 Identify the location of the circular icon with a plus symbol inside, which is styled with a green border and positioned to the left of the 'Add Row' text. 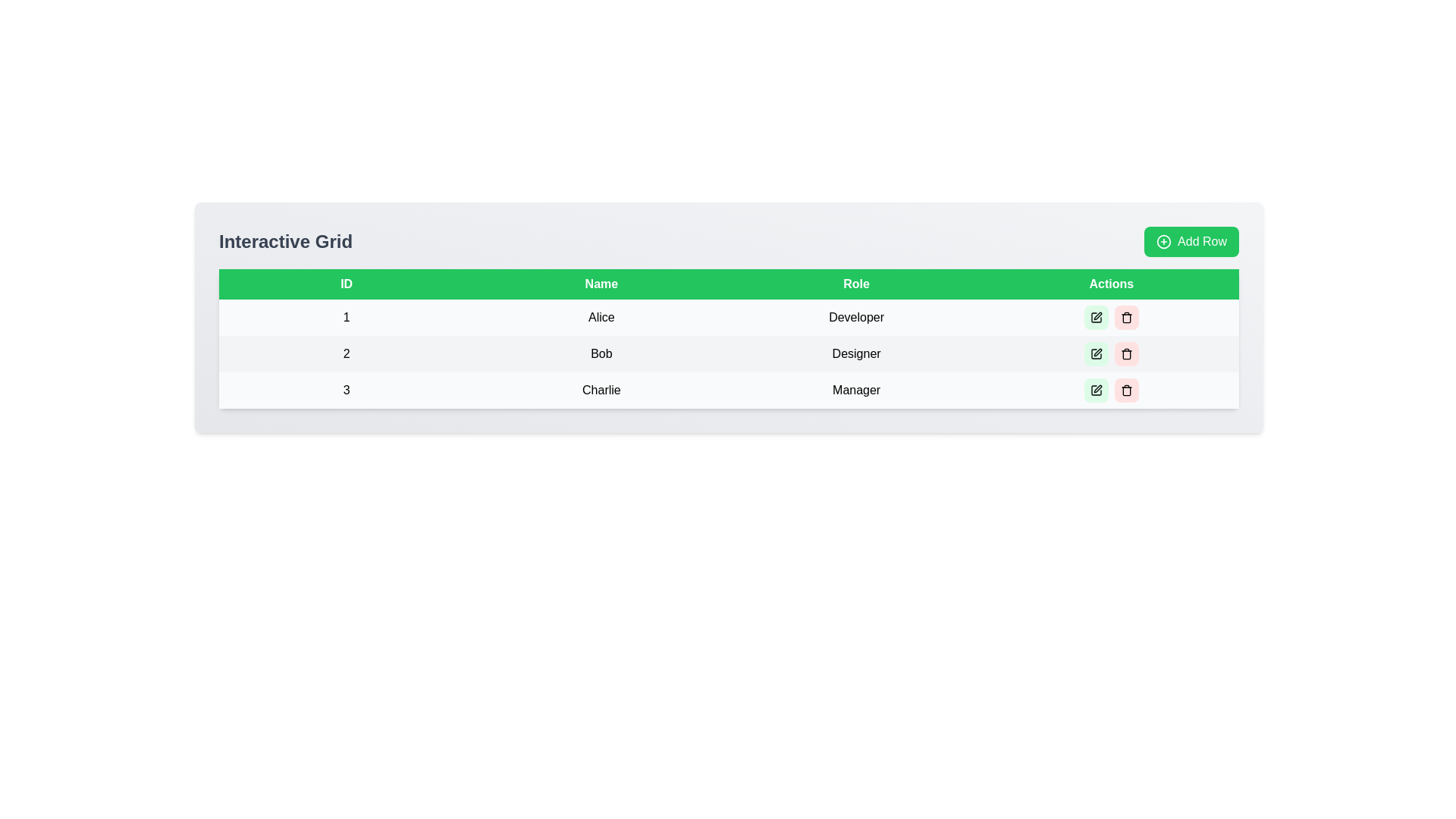
(1163, 241).